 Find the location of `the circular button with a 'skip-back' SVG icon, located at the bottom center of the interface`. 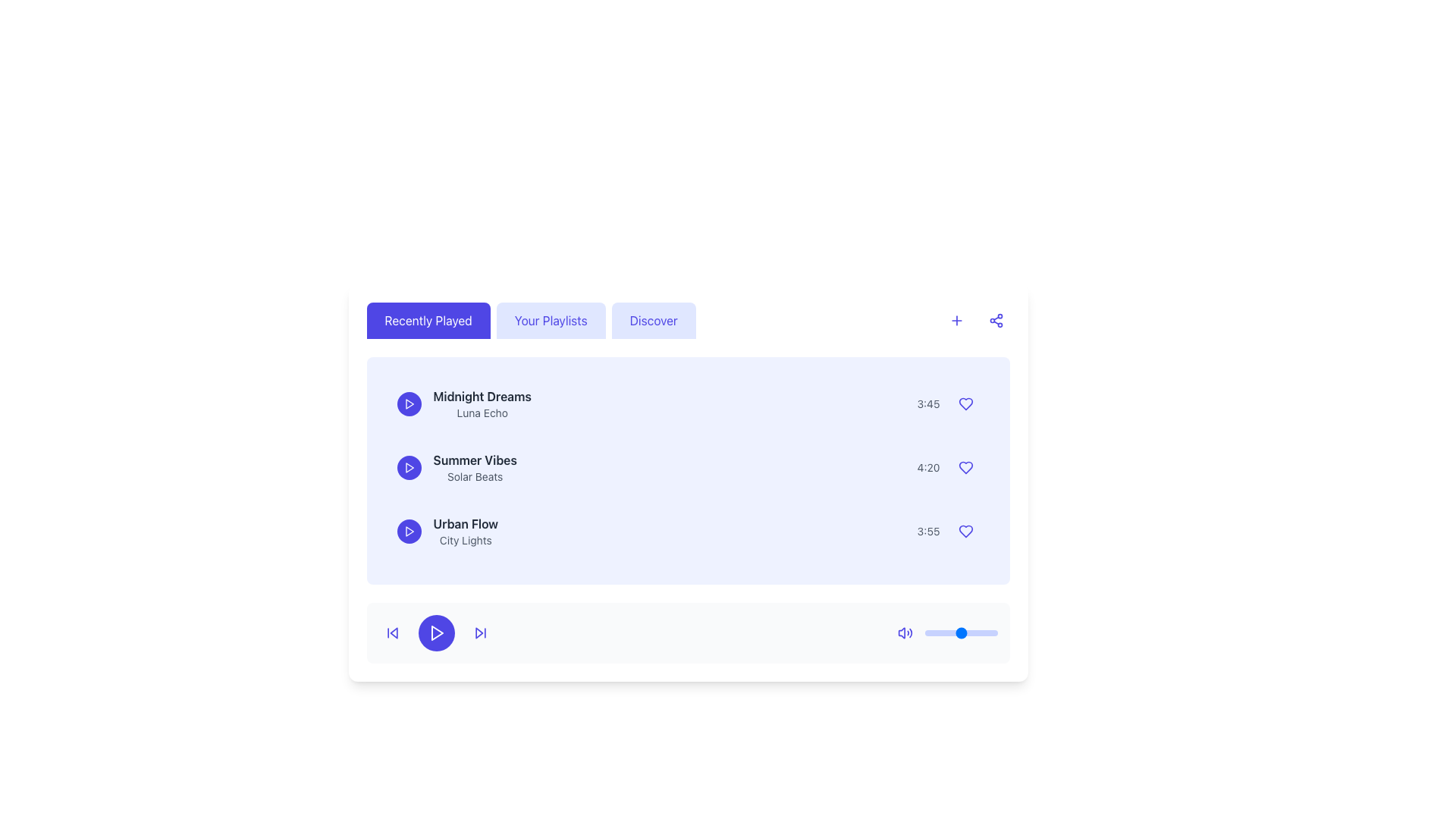

the circular button with a 'skip-back' SVG icon, located at the bottom center of the interface is located at coordinates (392, 632).